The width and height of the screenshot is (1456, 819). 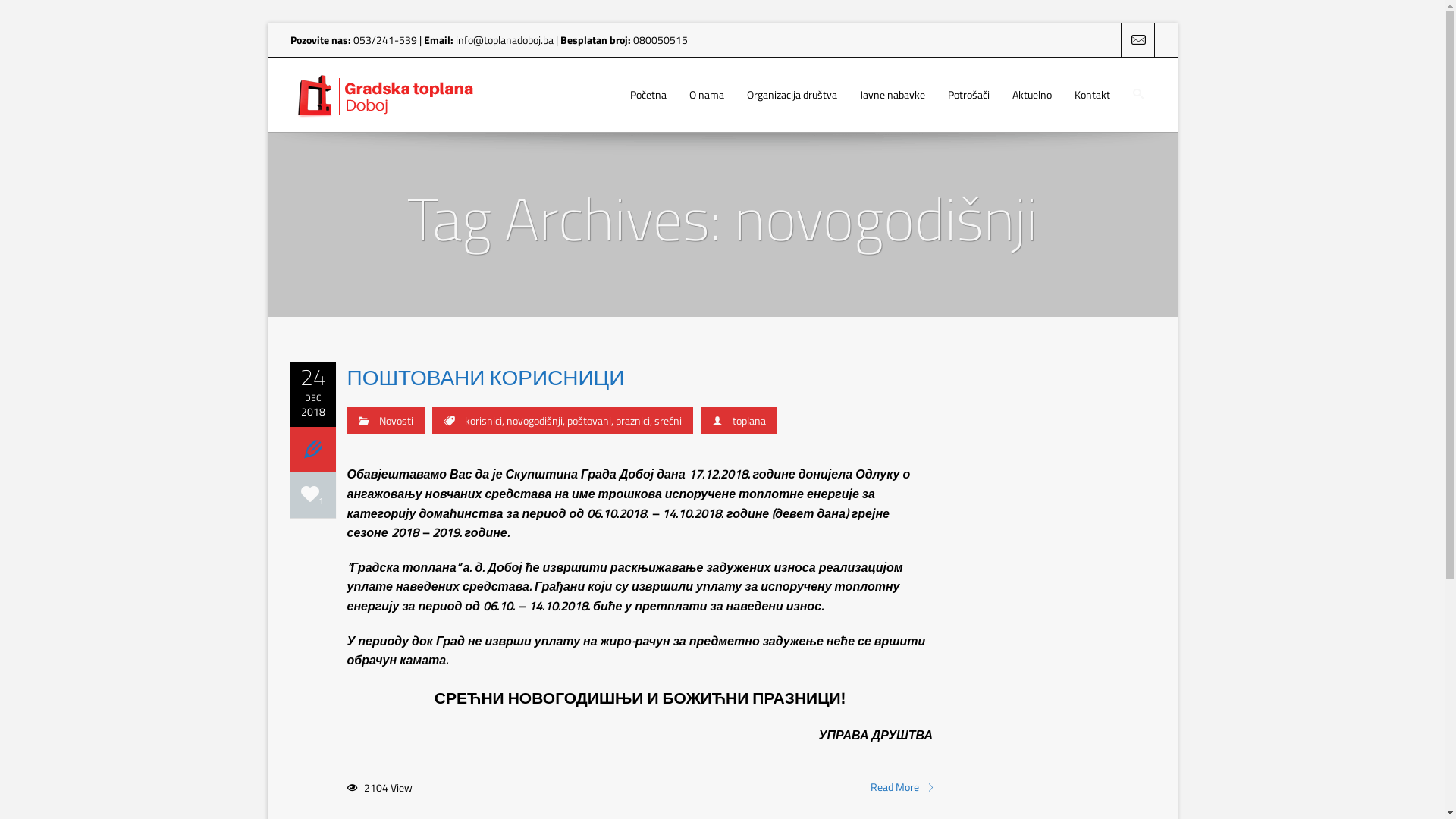 What do you see at coordinates (1031, 94) in the screenshot?
I see `'Aktuelno'` at bounding box center [1031, 94].